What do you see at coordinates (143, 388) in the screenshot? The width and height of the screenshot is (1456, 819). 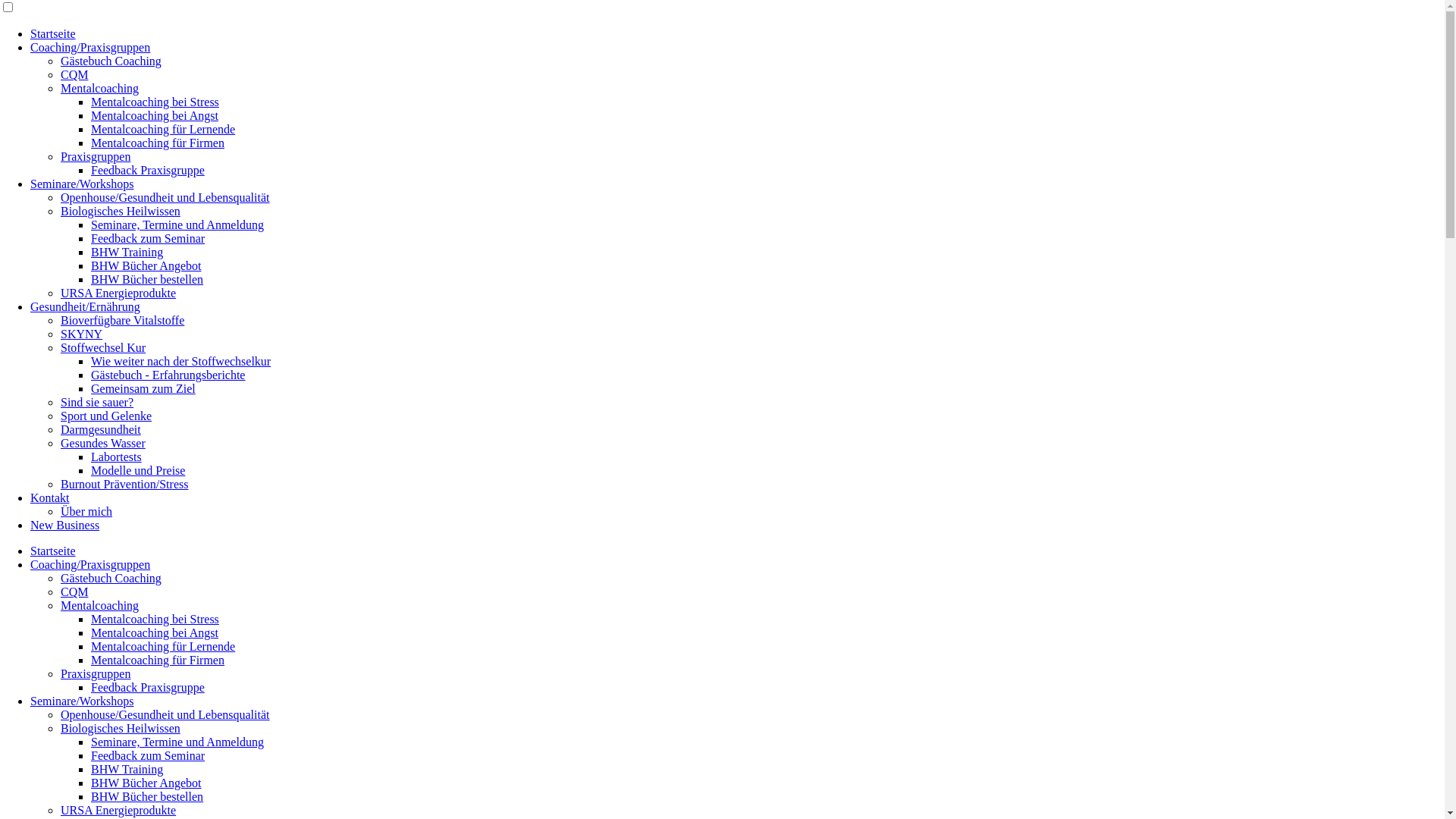 I see `'Gemeinsam zum Ziel'` at bounding box center [143, 388].